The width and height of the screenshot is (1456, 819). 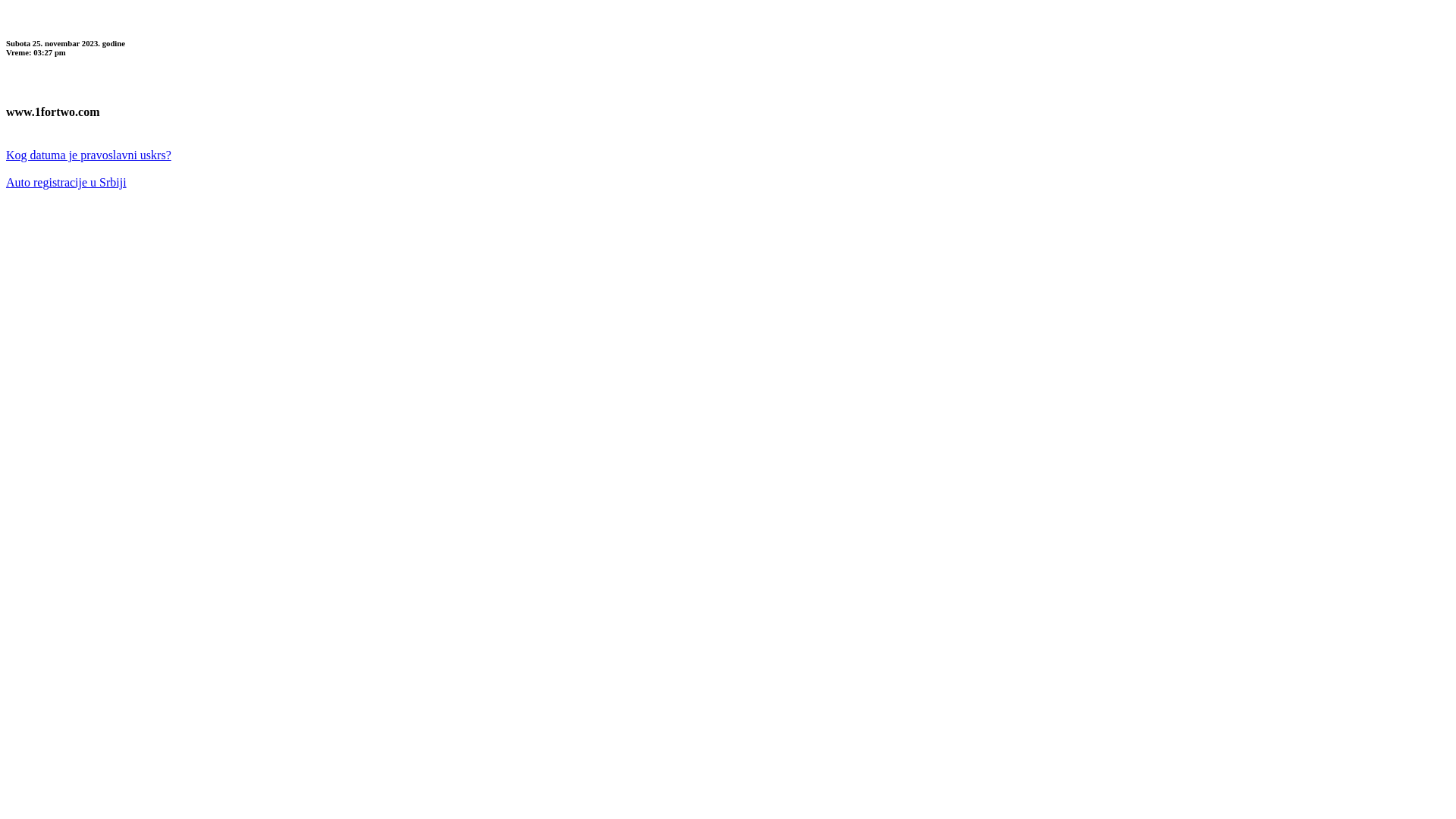 What do you see at coordinates (6, 181) in the screenshot?
I see `'Auto registracije u Srbiji'` at bounding box center [6, 181].